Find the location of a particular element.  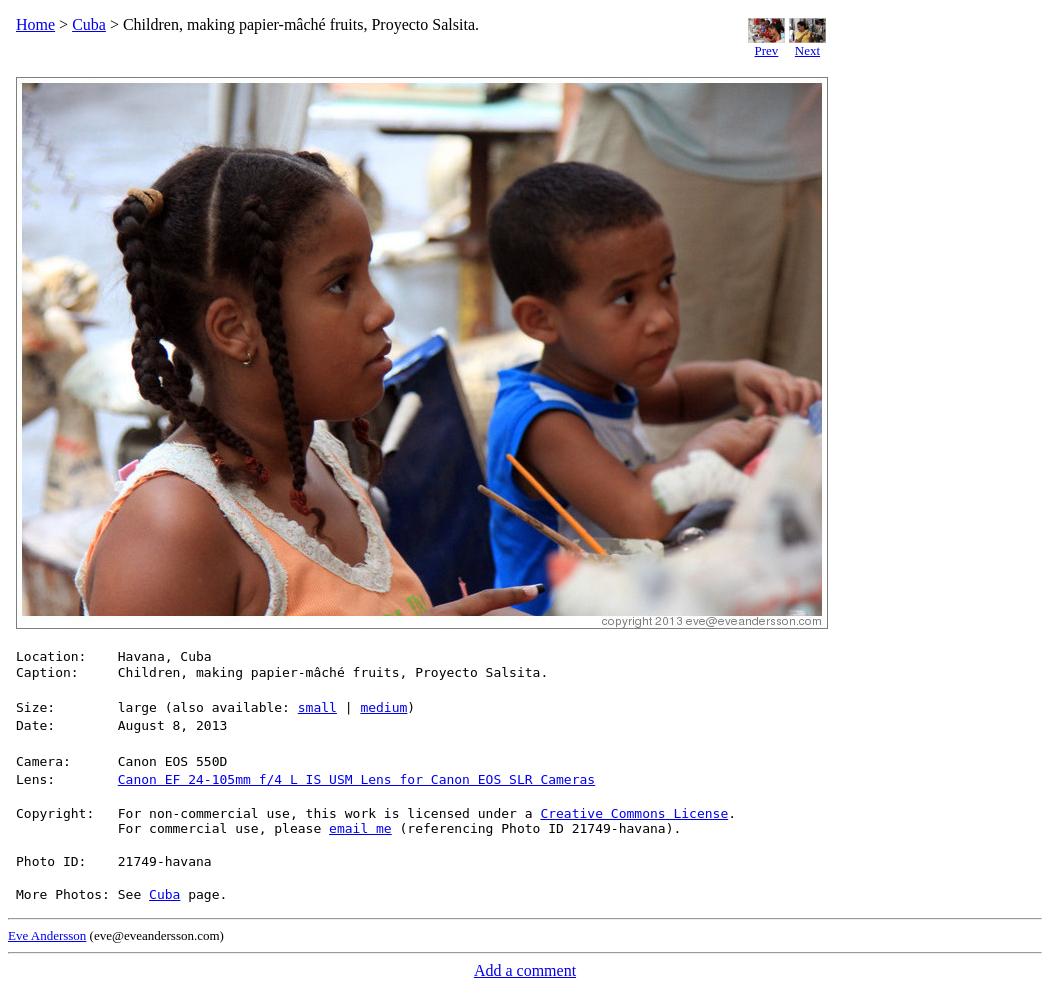

'large (also available:' is located at coordinates (205, 705).